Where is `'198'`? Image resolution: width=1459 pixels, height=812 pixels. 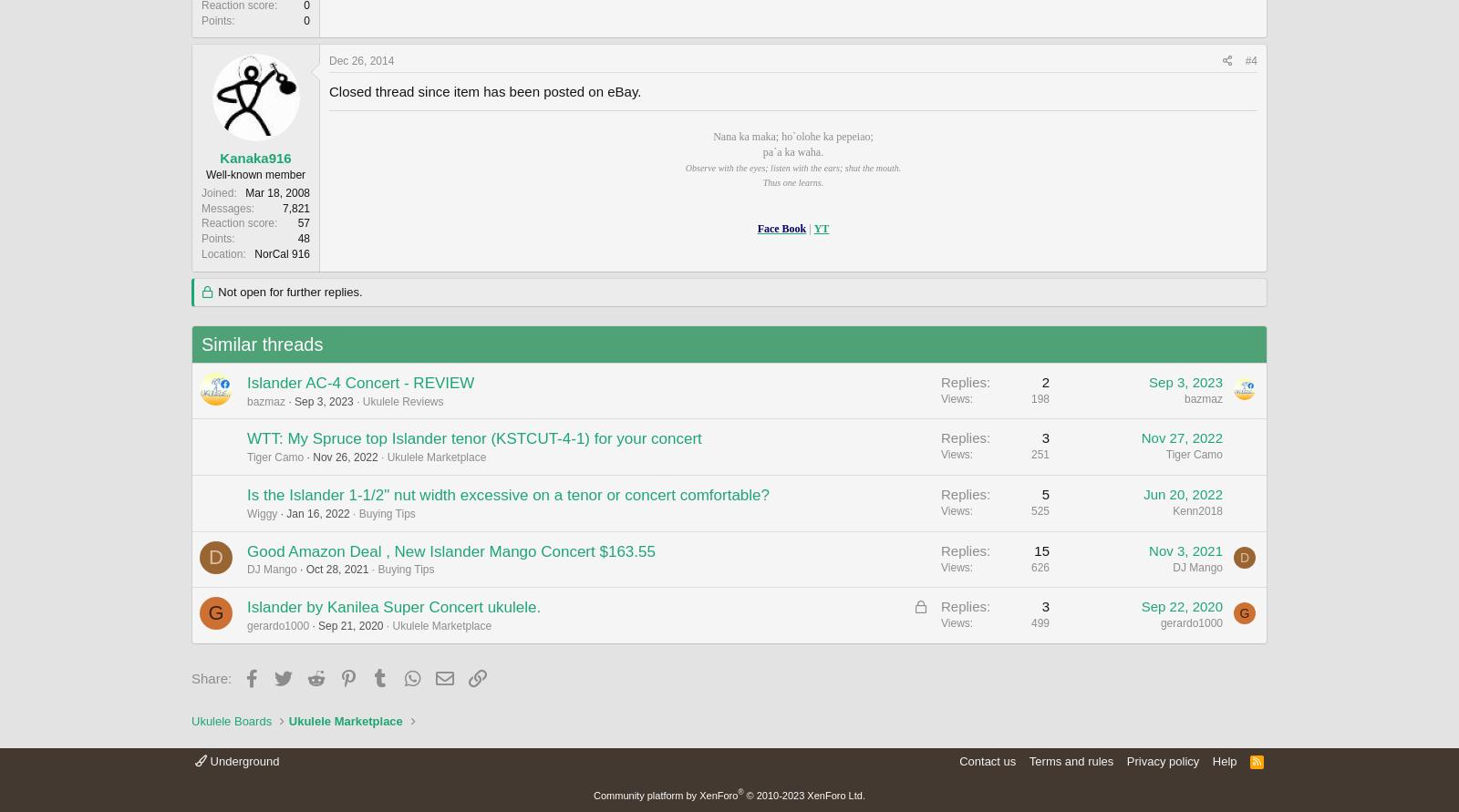
'198' is located at coordinates (1040, 398).